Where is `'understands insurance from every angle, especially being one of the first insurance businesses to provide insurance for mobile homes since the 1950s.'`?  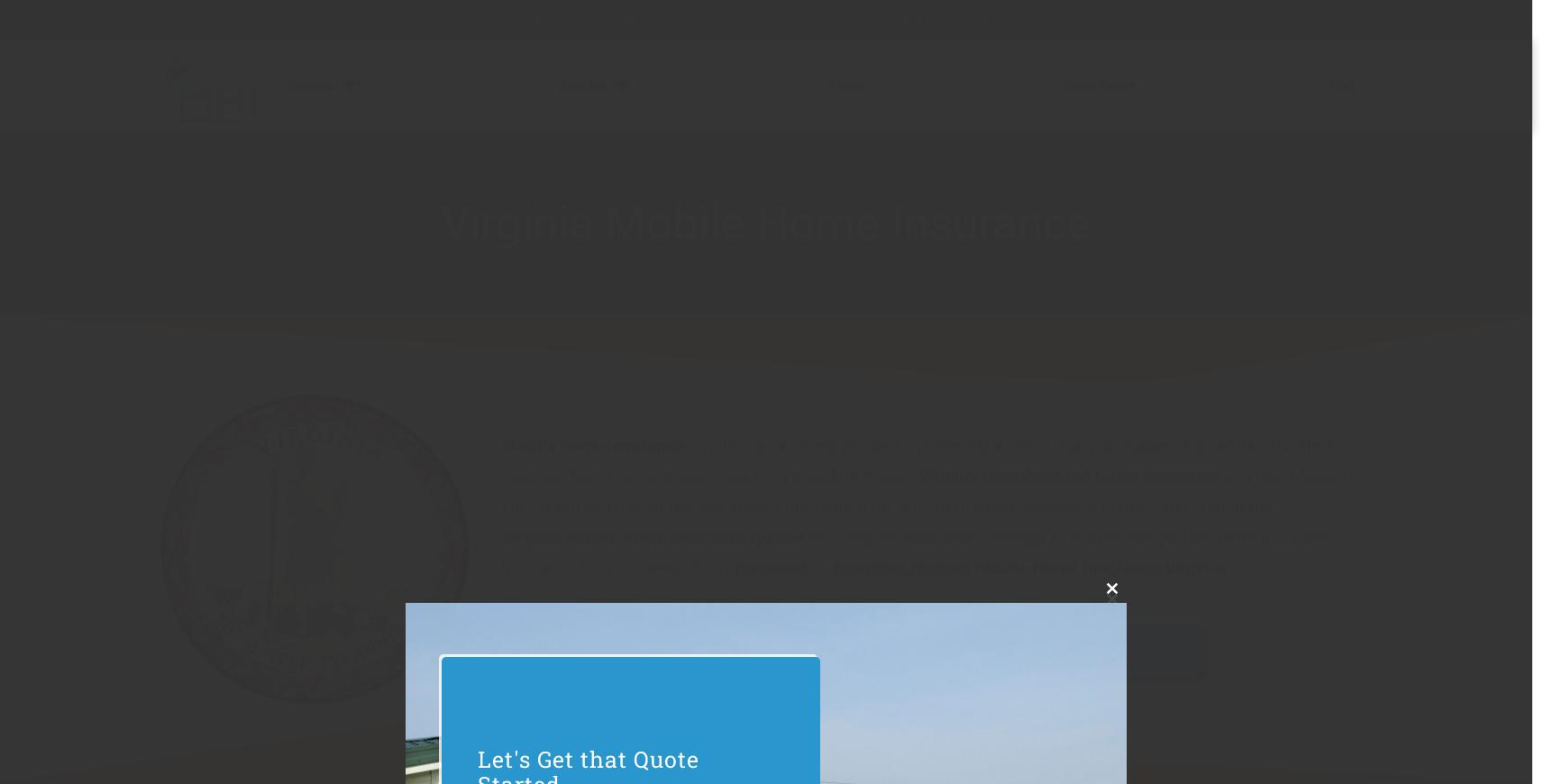 'understands insurance from every angle, especially being one of the first insurance businesses to provide insurance for mobile homes since the 1950s.' is located at coordinates (394, 218).